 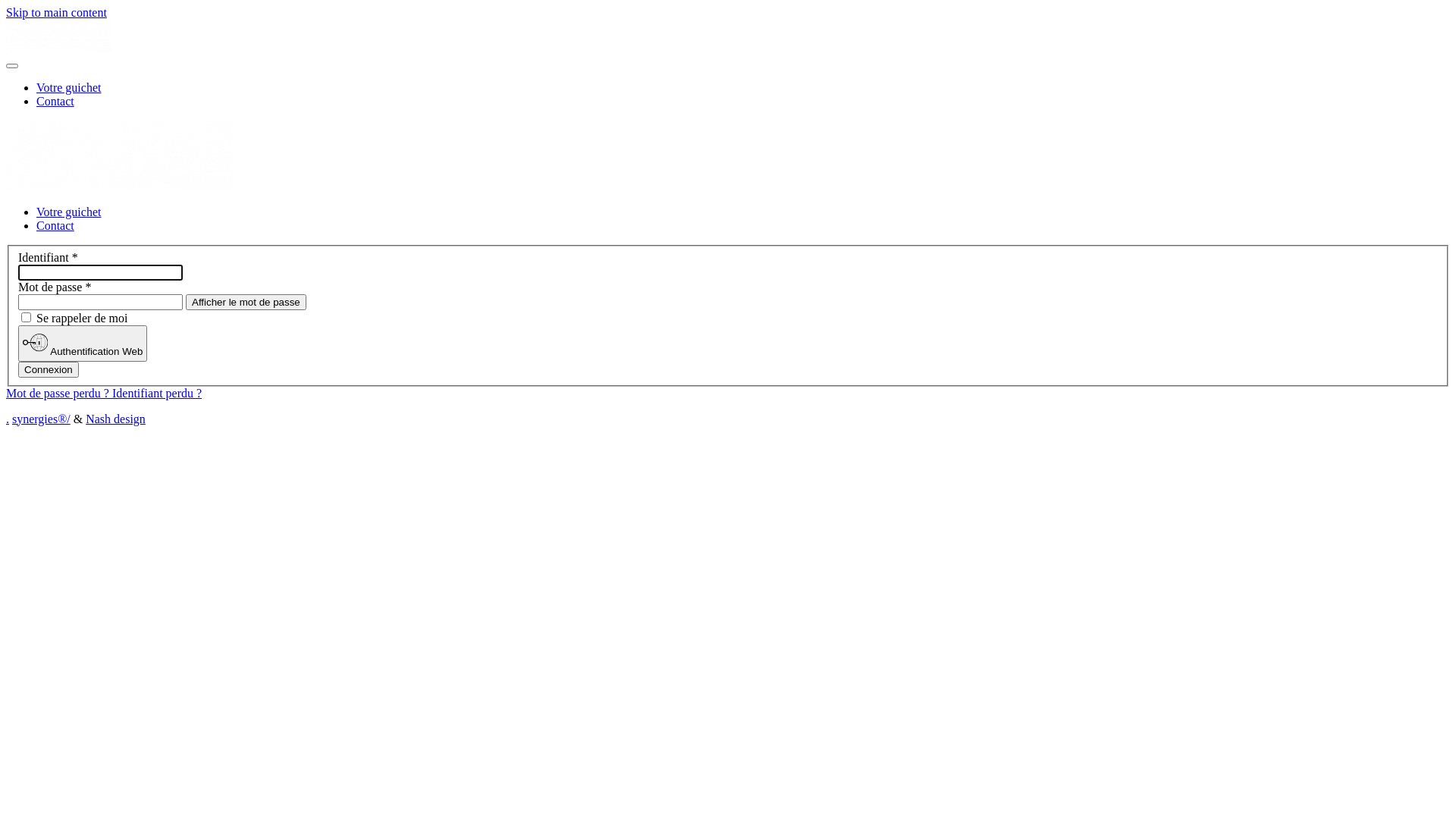 I want to click on 'Afficher le mot de passe', so click(x=246, y=302).